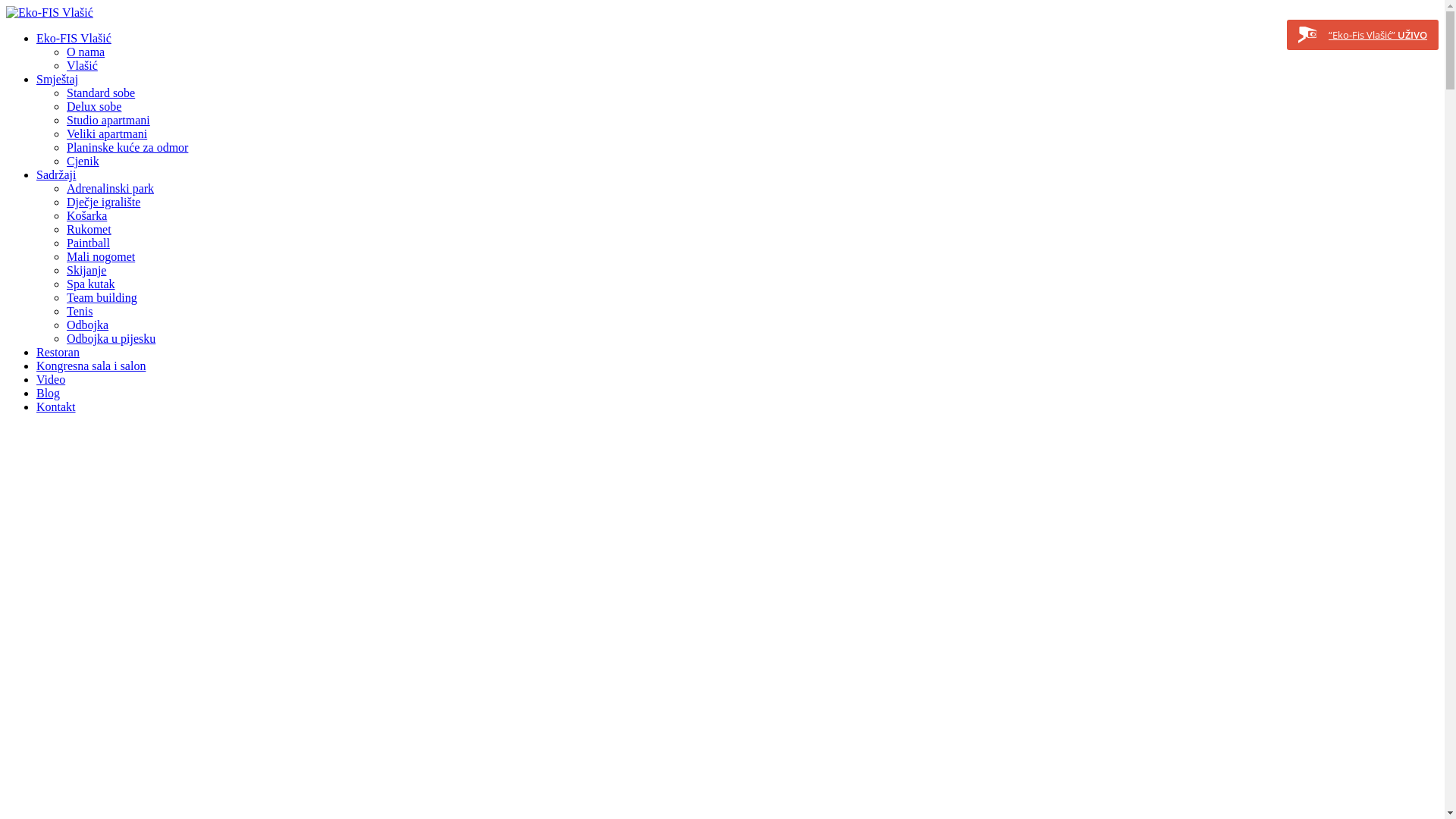 This screenshot has width=1456, height=819. I want to click on 'Mali nogomet', so click(65, 256).